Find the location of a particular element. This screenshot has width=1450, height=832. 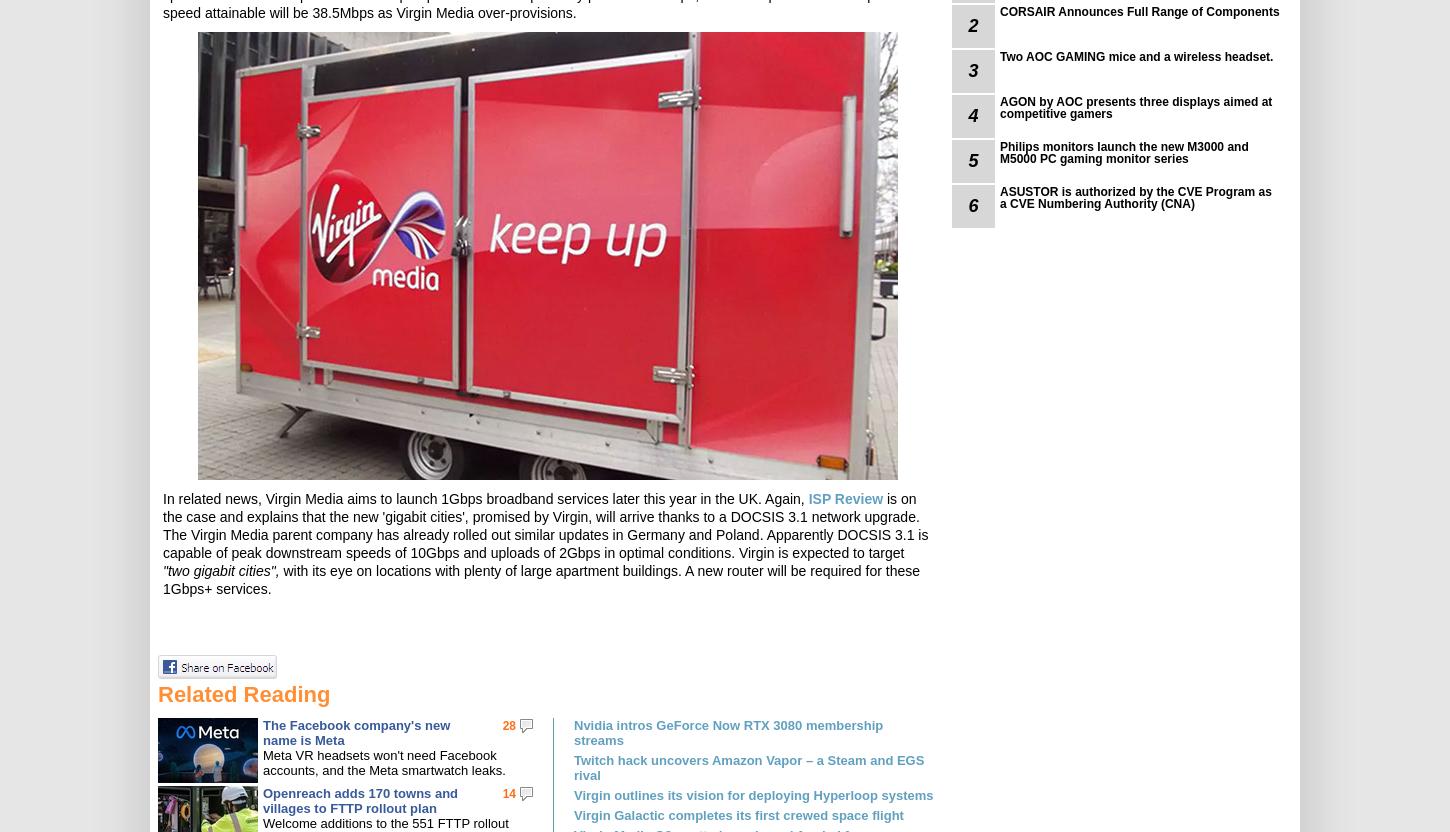

'is on the case and explains that the new 'gigabit cities', promised by Virgin, will arrive thanks to a DOCSIS 3.1 network upgrade. The Virgin Media parent company has already rolled out similar updates in Germany and Poland. Apparently DOCSIS 3.1 is capable of peak downstream speeds of 10Gbps and uploads of 2Gbps in optimal conditions. Virgin is expected to target' is located at coordinates (161, 525).